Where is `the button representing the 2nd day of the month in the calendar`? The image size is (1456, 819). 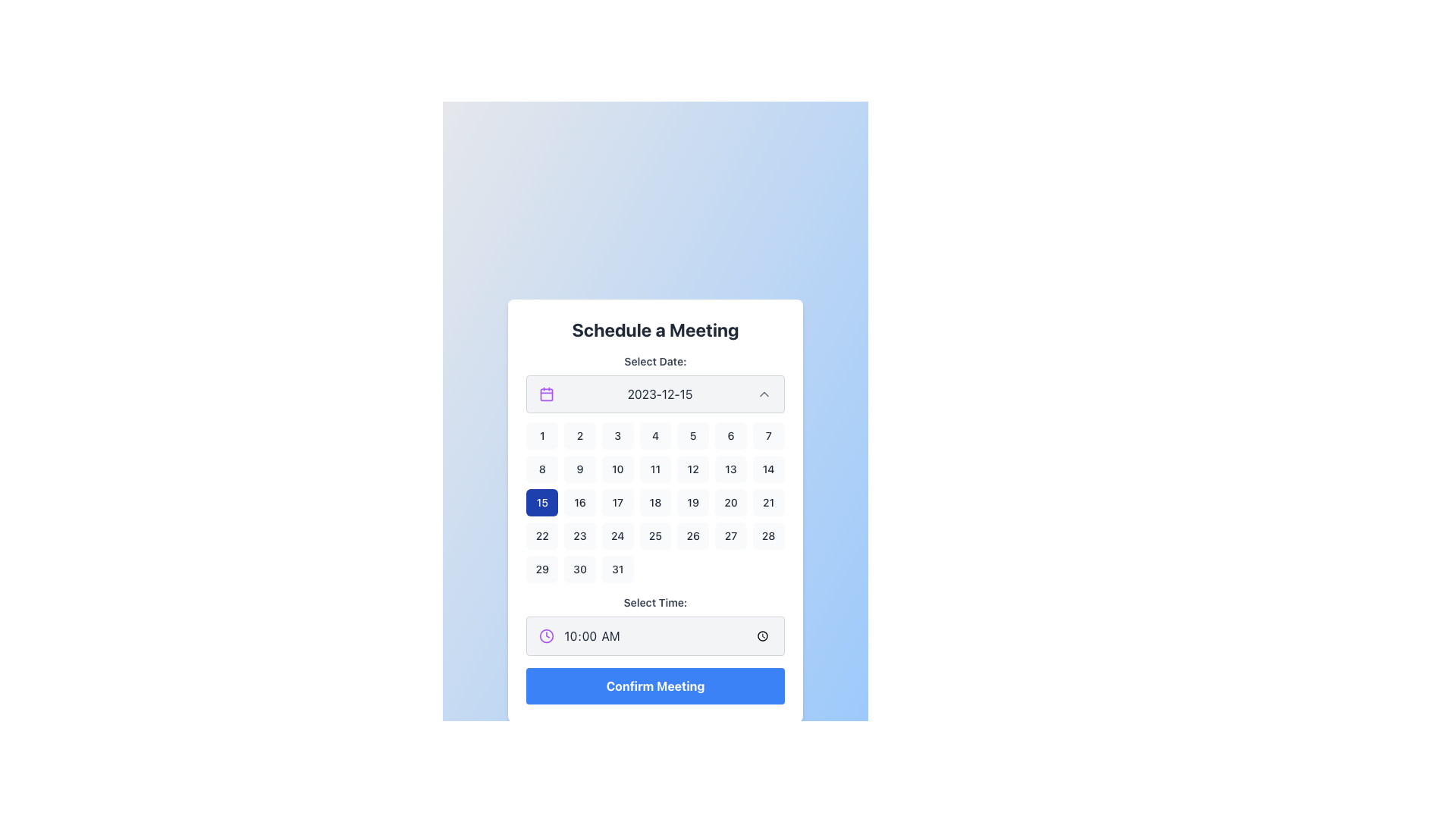 the button representing the 2nd day of the month in the calendar is located at coordinates (579, 435).